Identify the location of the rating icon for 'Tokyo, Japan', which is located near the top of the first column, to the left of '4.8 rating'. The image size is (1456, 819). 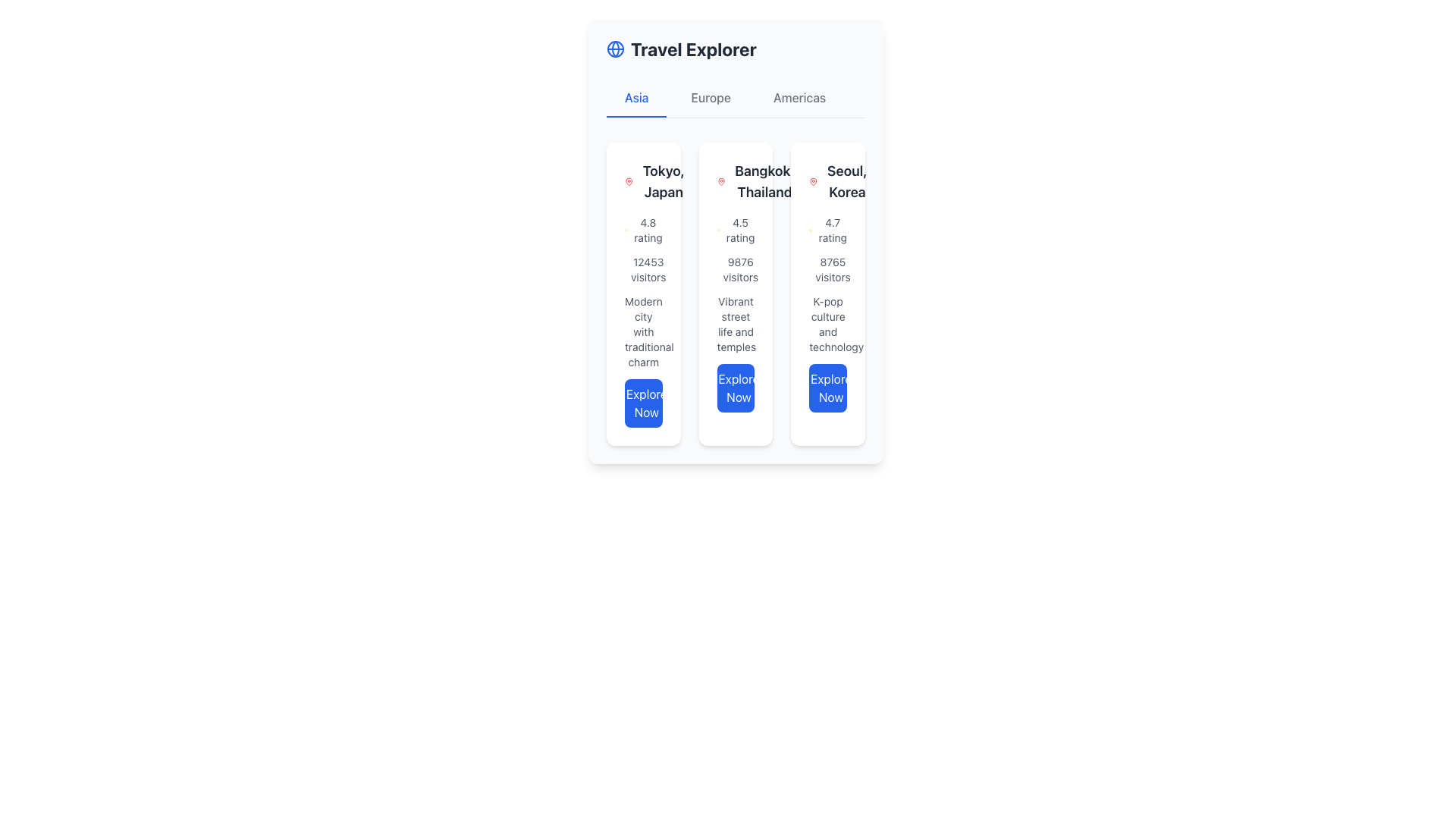
(626, 231).